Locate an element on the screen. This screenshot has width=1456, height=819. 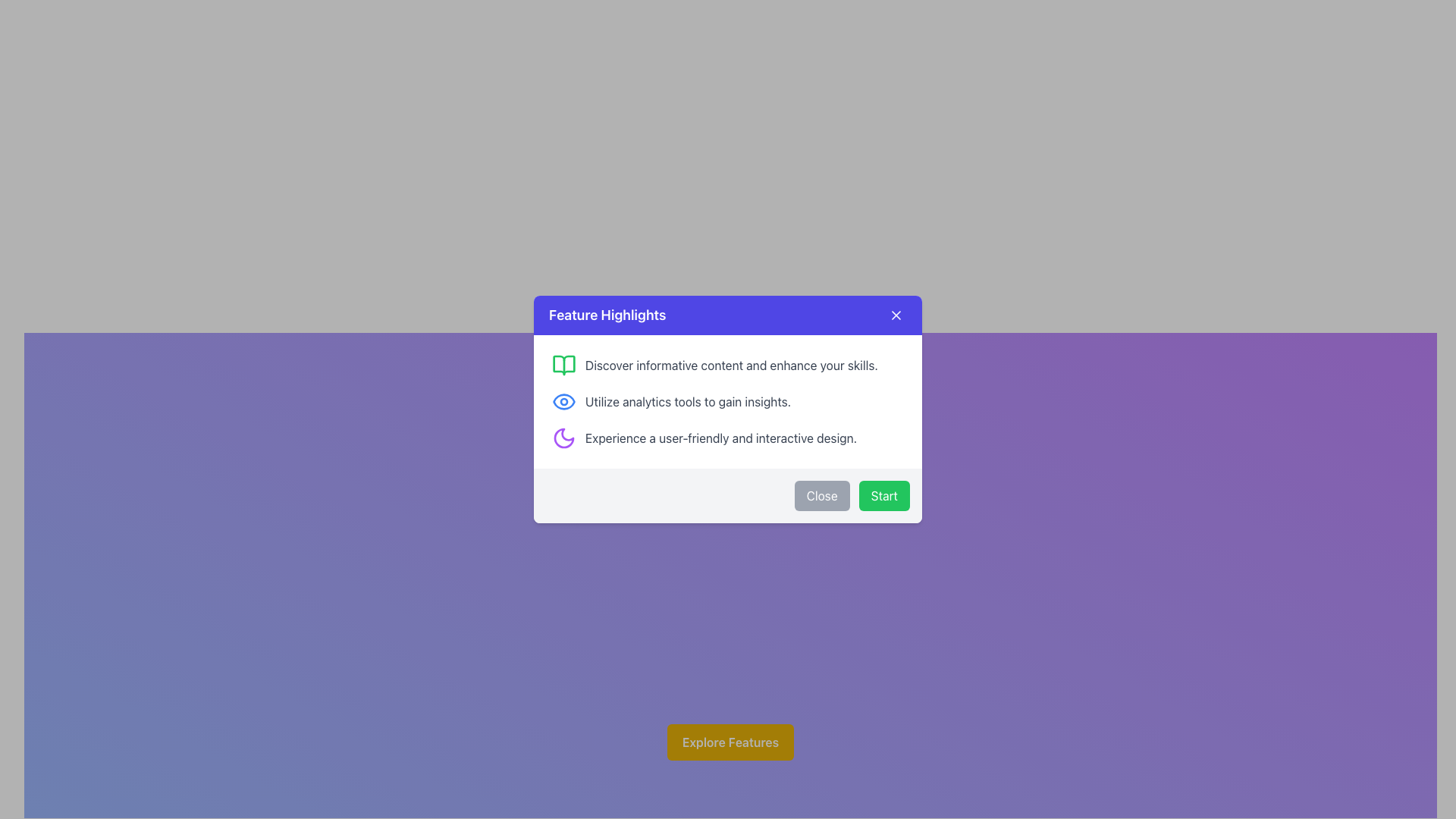
the button with a bright yellow background and white text that reads 'Explore Features' is located at coordinates (730, 742).